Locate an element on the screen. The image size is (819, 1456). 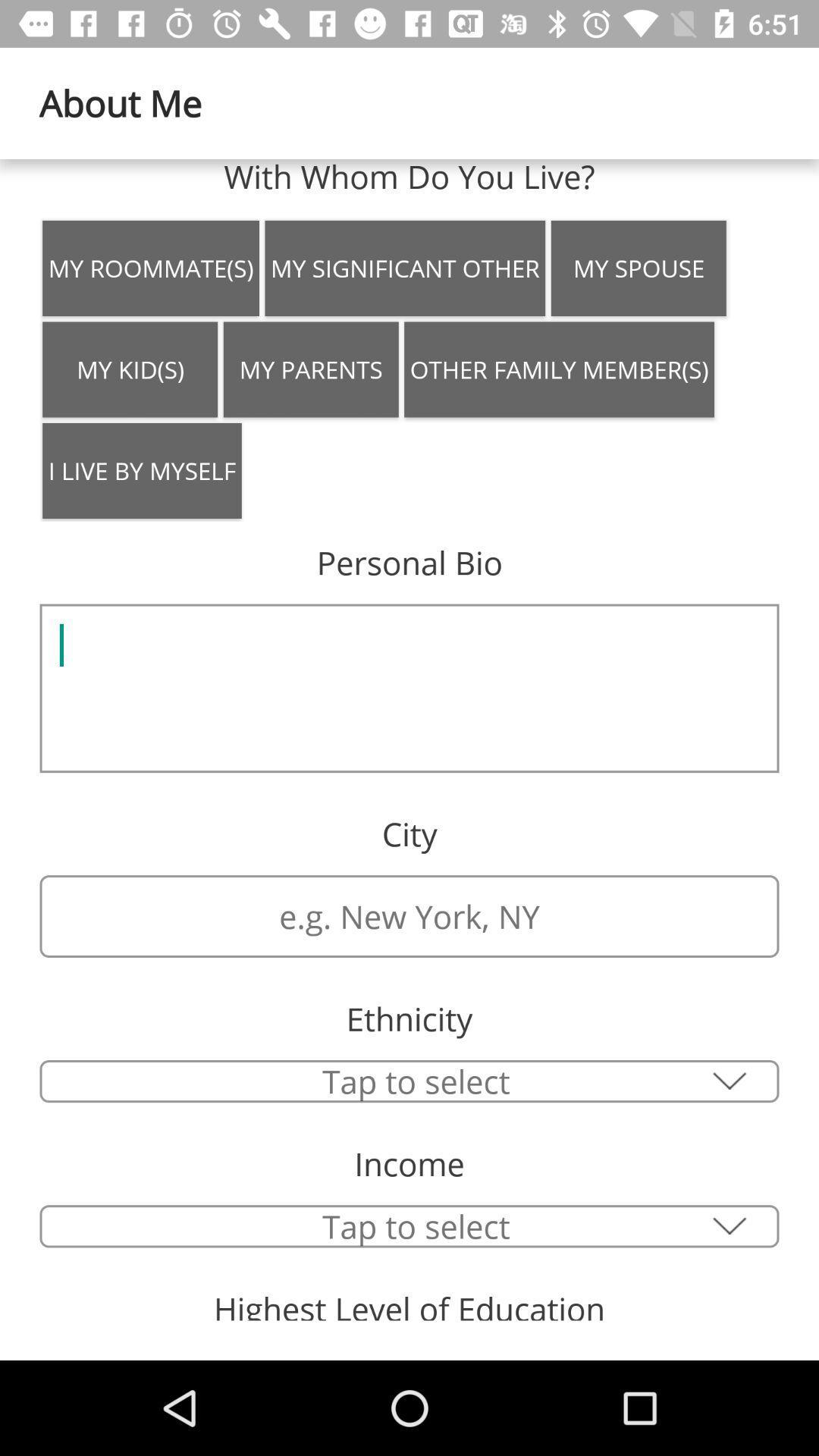
write bio is located at coordinates (409, 687).